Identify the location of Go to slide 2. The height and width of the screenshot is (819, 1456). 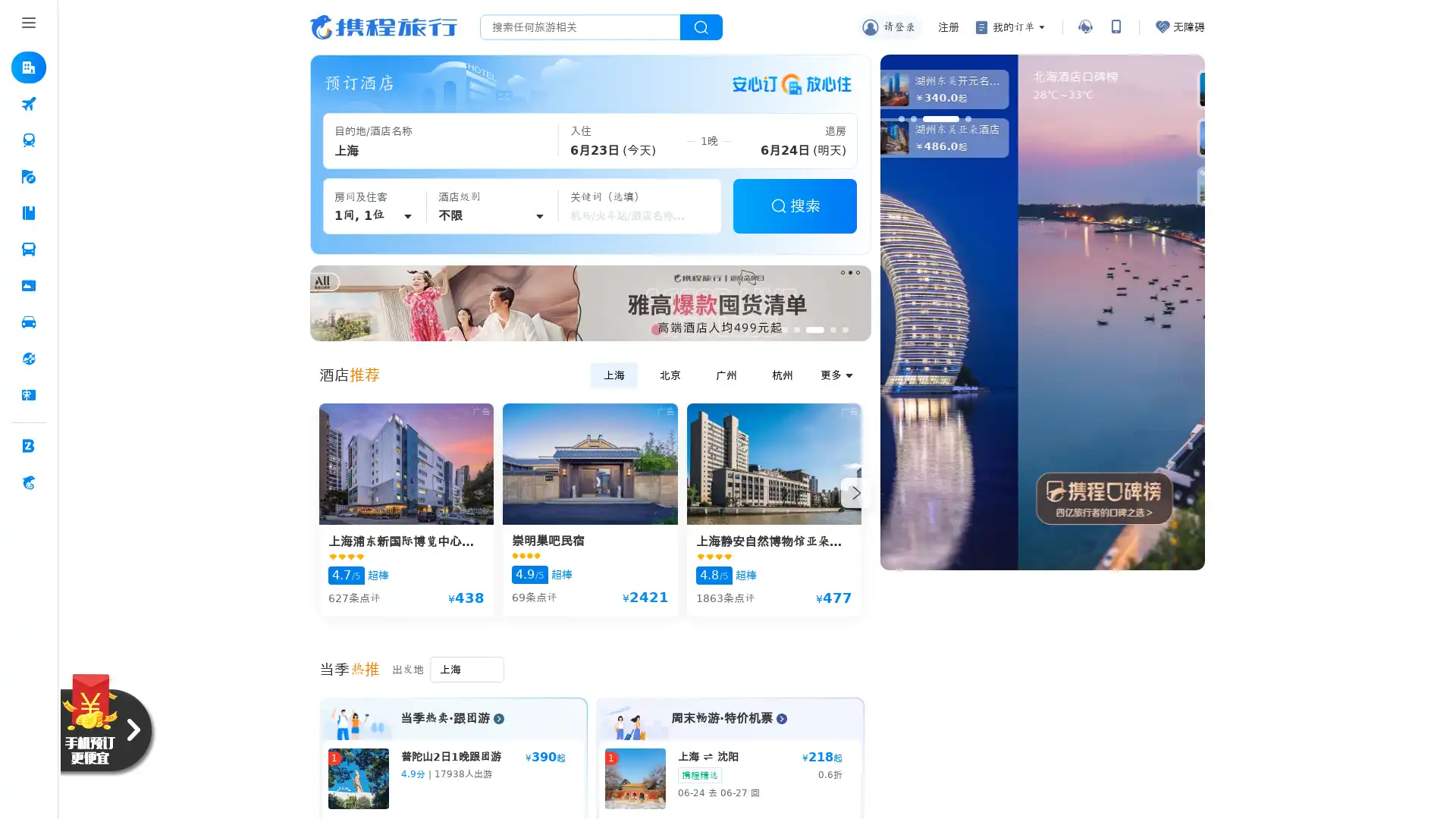
(795, 329).